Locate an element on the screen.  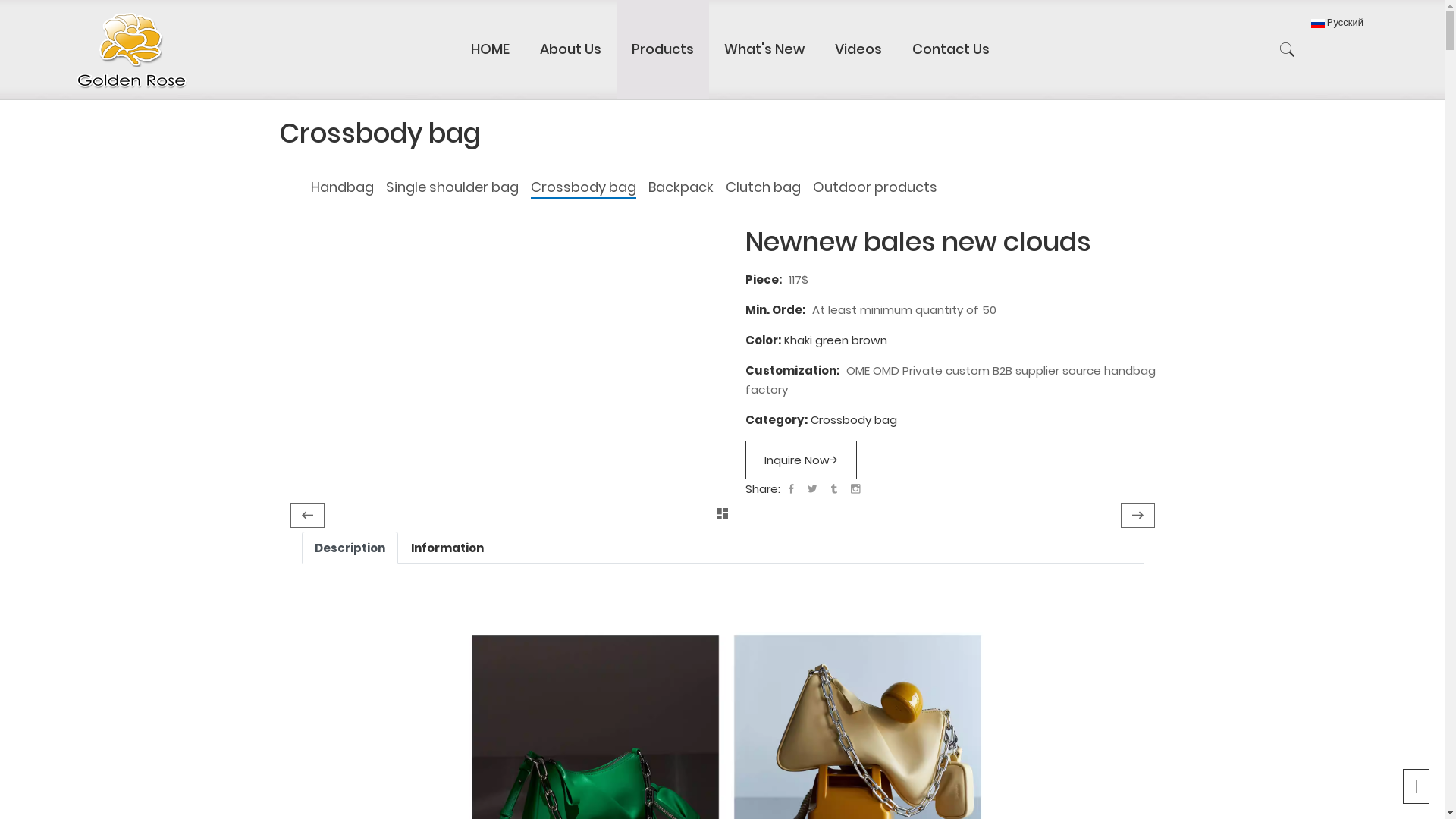
'Information' is located at coordinates (446, 548).